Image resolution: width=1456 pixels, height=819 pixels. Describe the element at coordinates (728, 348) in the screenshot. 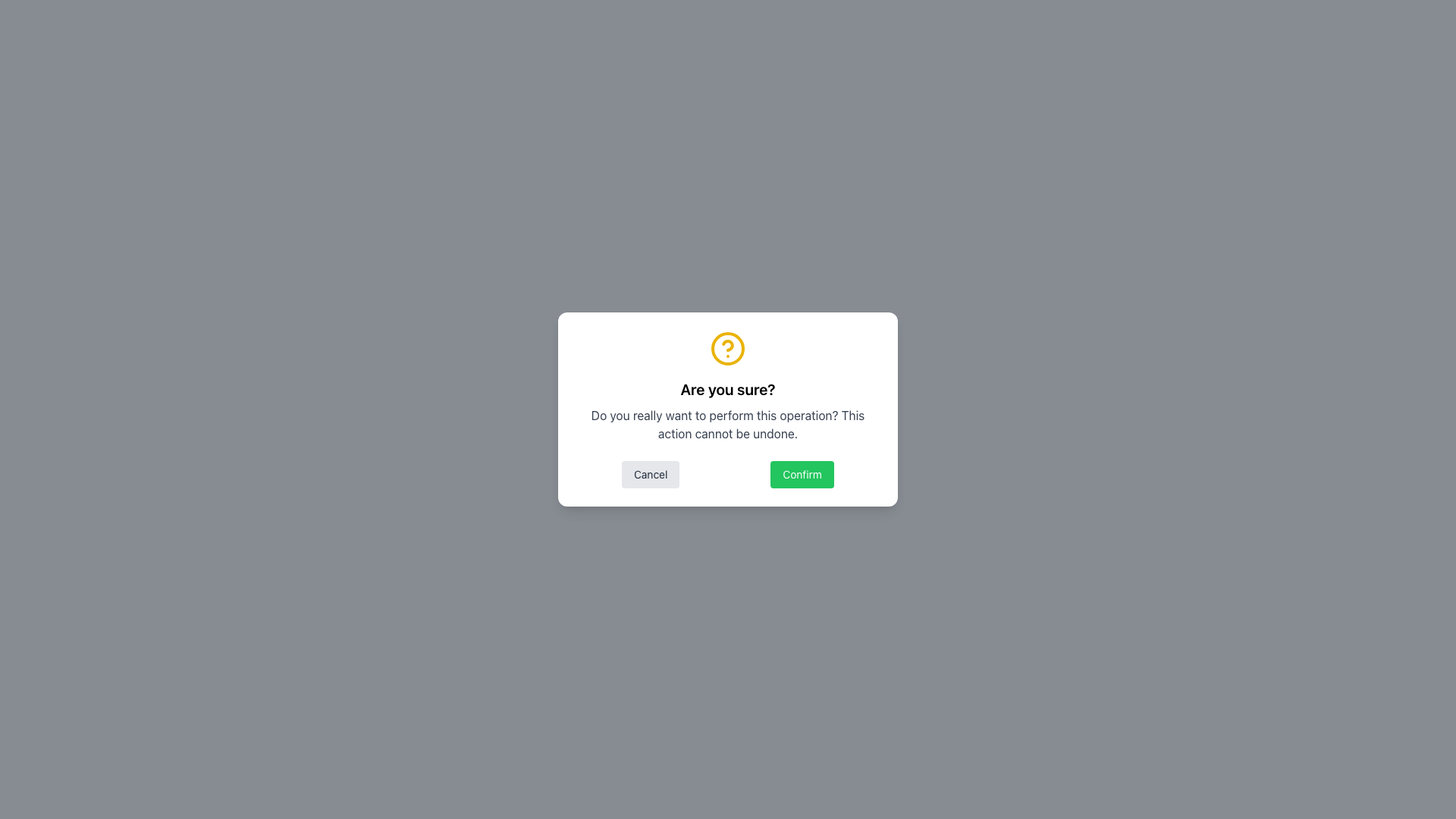

I see `the yellow circular icon with a question mark at its center, which is located above the confirmation dialog box titled 'Are you sure?'` at that location.